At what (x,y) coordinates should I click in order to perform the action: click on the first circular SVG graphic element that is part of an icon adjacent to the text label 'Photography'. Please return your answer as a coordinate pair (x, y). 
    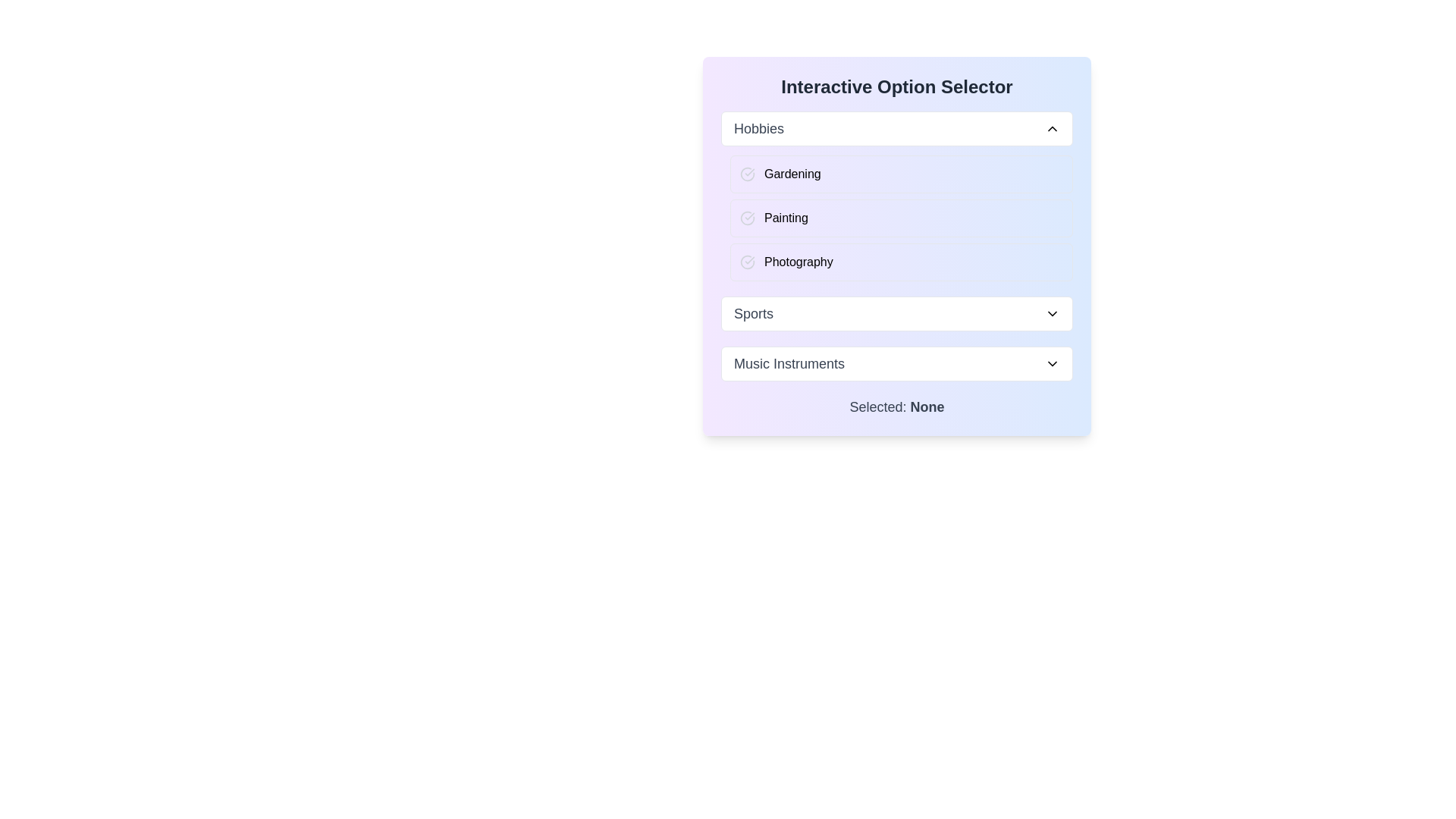
    Looking at the image, I should click on (747, 262).